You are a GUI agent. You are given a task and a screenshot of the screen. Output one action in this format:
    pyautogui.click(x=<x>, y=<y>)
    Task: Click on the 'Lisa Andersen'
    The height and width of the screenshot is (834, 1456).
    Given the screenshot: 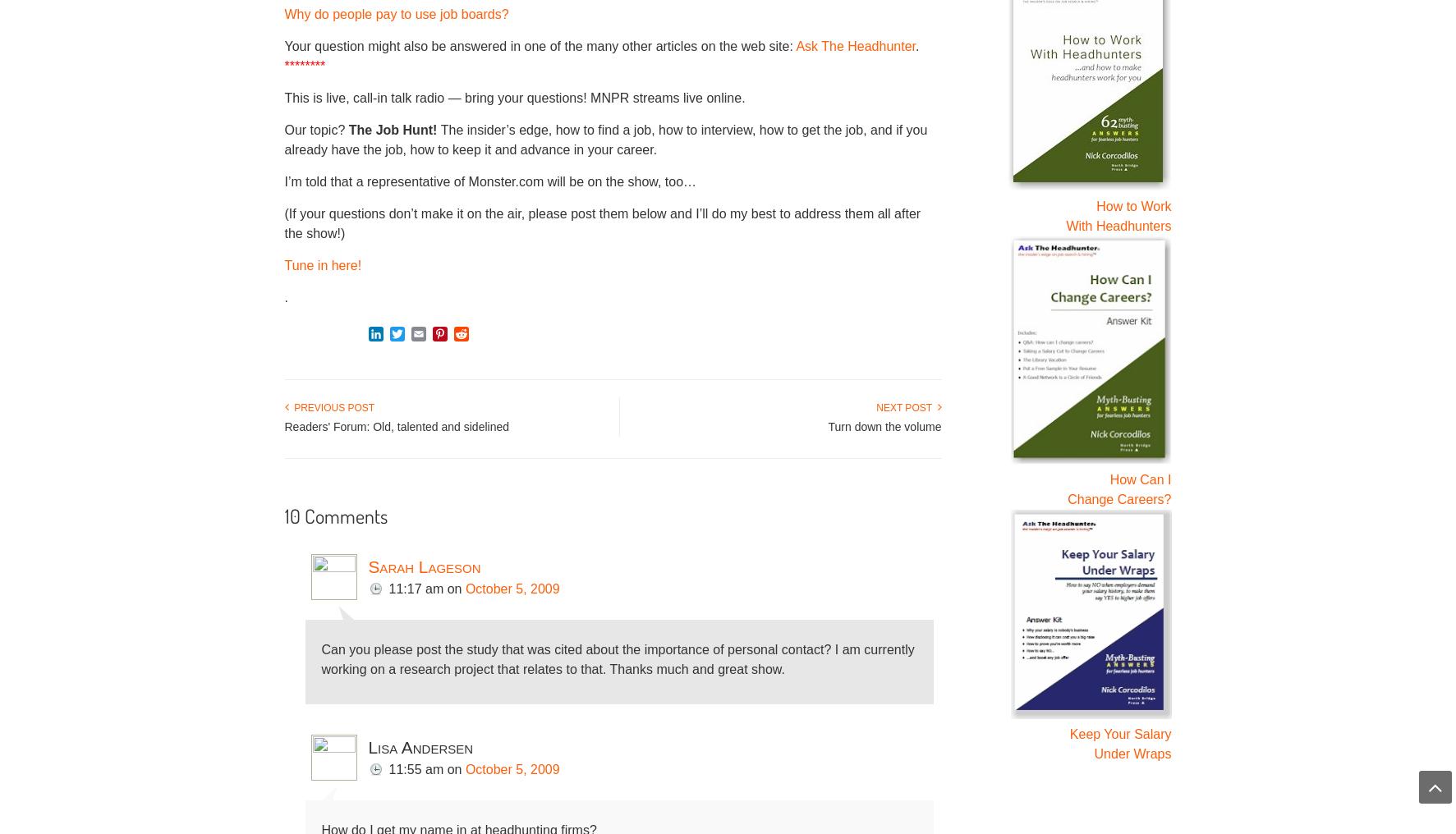 What is the action you would take?
    pyautogui.click(x=420, y=745)
    